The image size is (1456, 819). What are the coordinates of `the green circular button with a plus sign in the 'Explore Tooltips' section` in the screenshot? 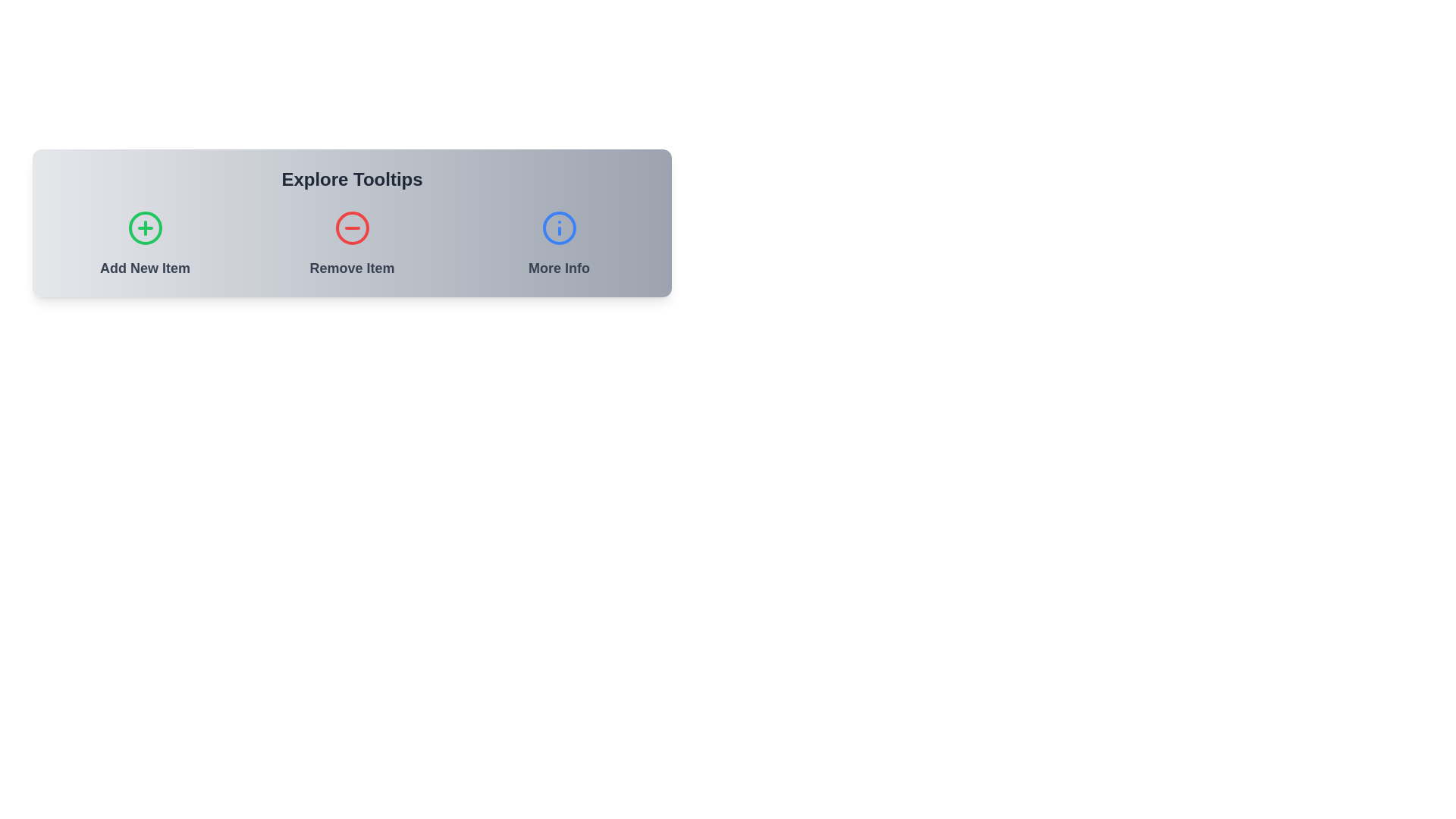 It's located at (145, 227).